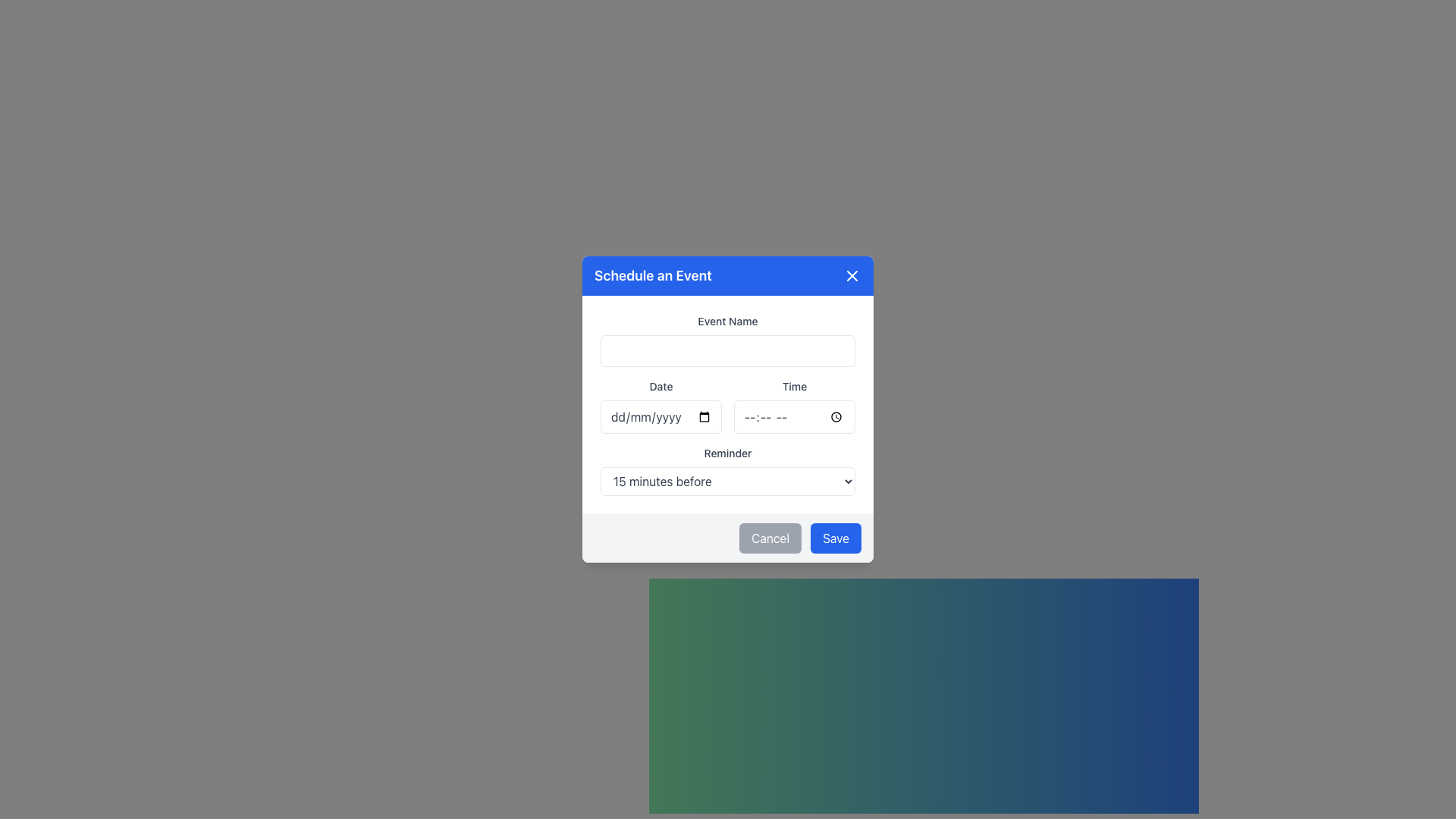 This screenshot has height=819, width=1456. What do you see at coordinates (770, 537) in the screenshot?
I see `the cancel button located at the bottom-right corner of the dialog box` at bounding box center [770, 537].